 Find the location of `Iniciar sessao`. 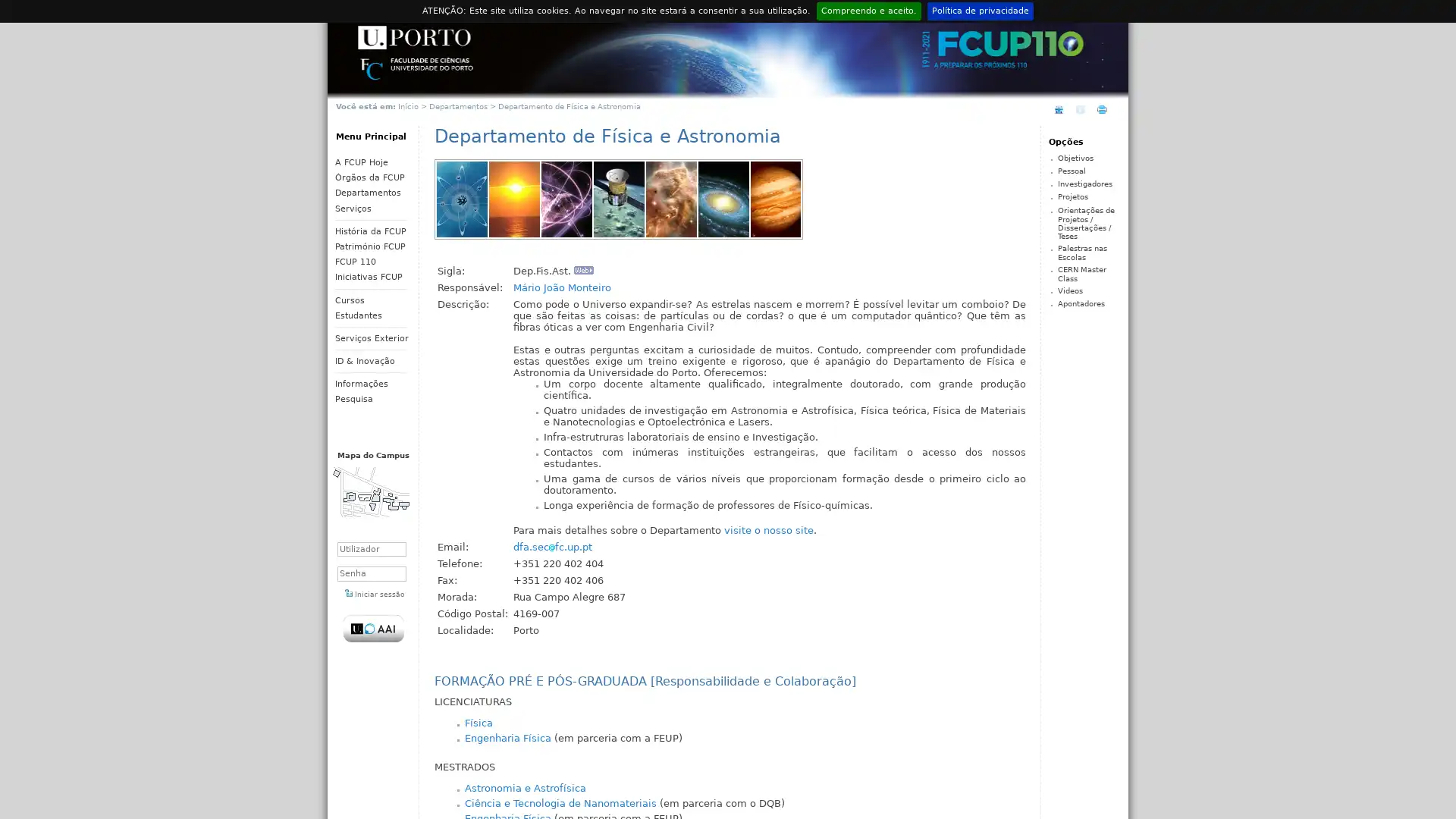

Iniciar sessao is located at coordinates (375, 592).